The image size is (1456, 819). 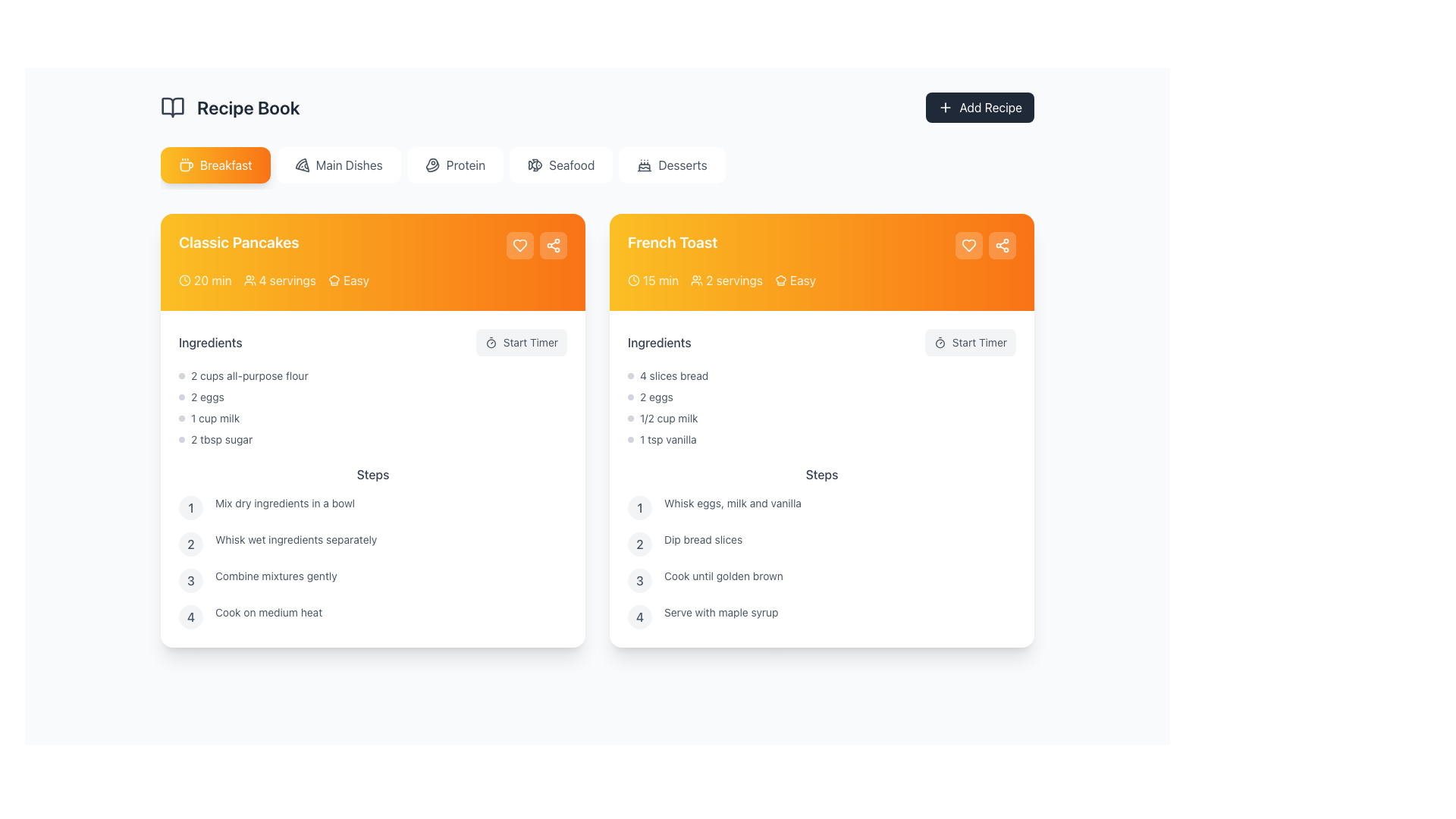 What do you see at coordinates (667, 439) in the screenshot?
I see `text in the Label element displaying '1 tsp vanilla', which is styled in a small gray font and located in the 'Ingredients' section of the French Toast recipe card` at bounding box center [667, 439].